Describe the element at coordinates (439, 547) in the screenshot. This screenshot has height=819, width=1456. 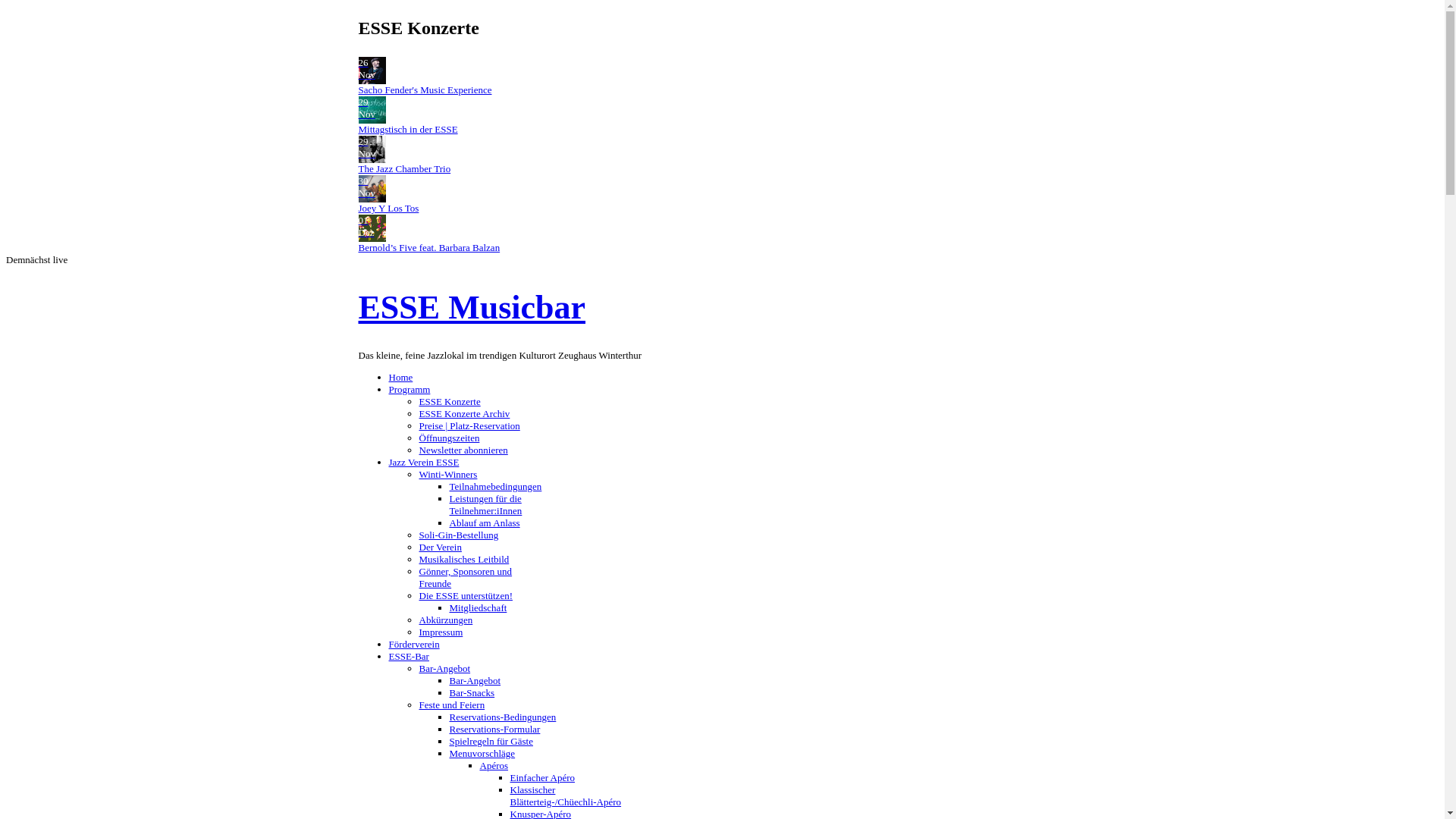
I see `'Der Verein'` at that location.